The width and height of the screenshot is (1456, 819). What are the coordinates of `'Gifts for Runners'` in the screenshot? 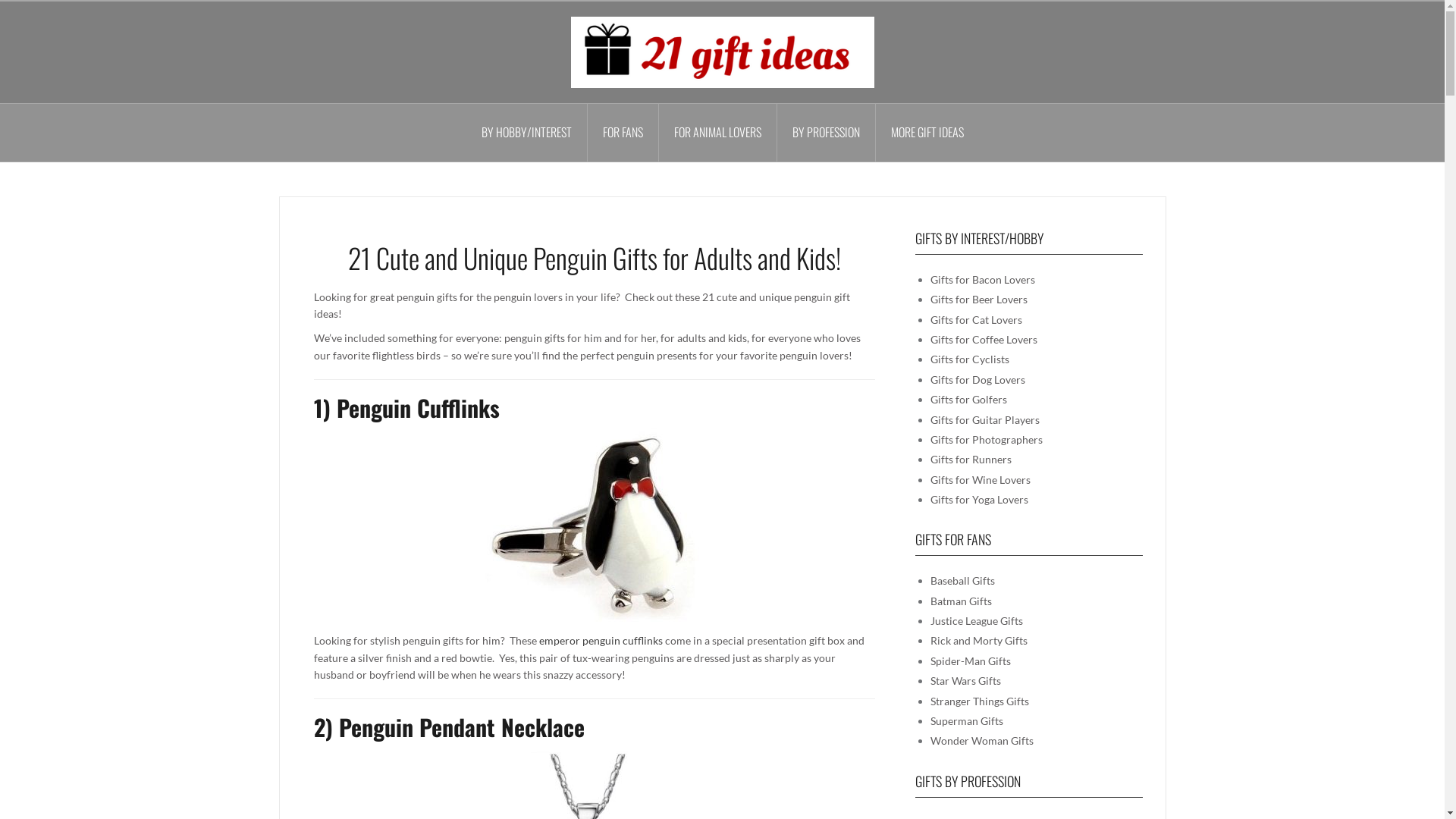 It's located at (969, 458).